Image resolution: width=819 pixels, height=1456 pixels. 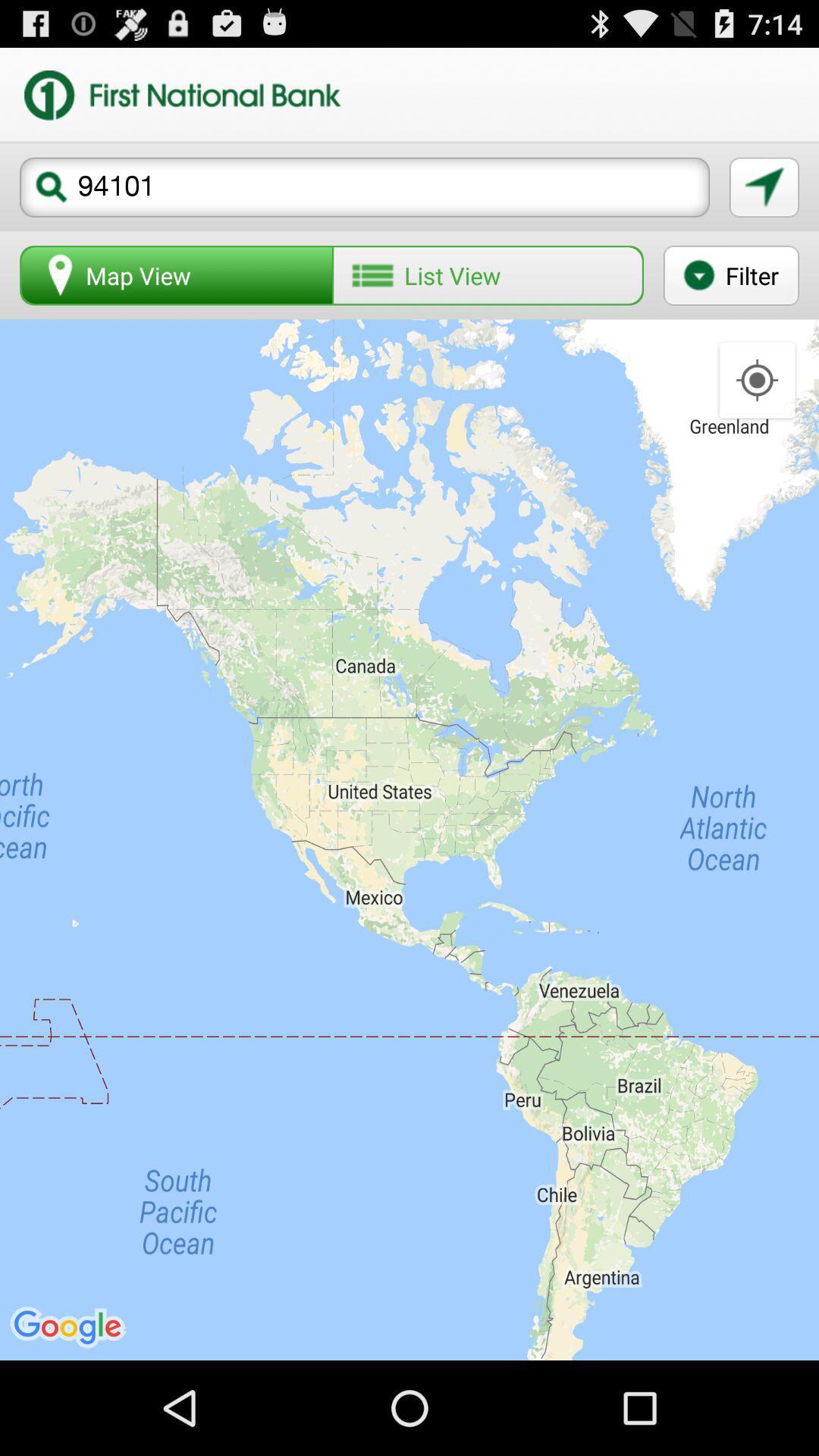 What do you see at coordinates (764, 187) in the screenshot?
I see `get directions` at bounding box center [764, 187].